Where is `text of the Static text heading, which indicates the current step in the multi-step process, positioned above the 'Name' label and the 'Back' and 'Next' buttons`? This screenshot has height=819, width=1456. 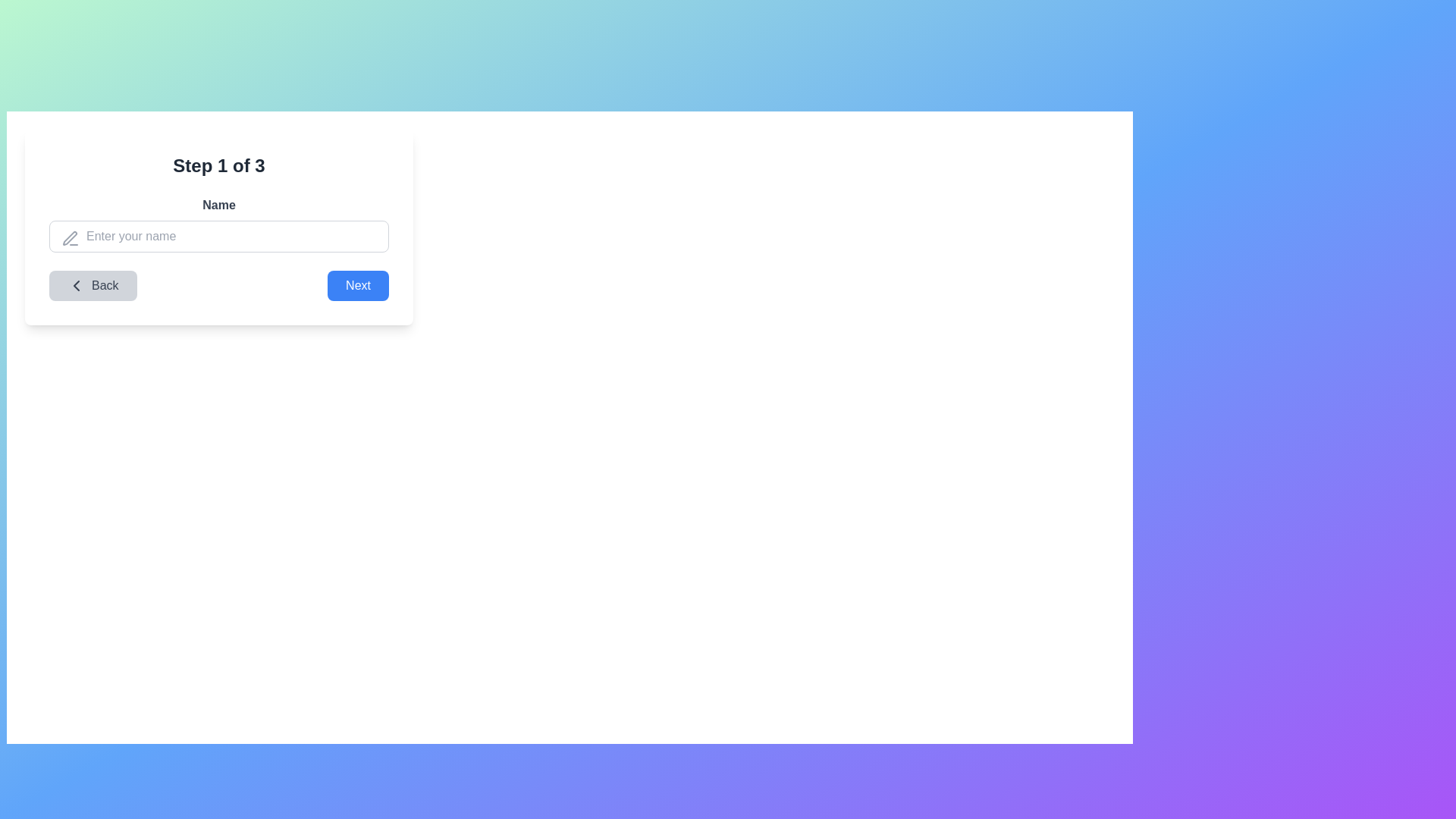 text of the Static text heading, which indicates the current step in the multi-step process, positioned above the 'Name' label and the 'Back' and 'Next' buttons is located at coordinates (218, 166).